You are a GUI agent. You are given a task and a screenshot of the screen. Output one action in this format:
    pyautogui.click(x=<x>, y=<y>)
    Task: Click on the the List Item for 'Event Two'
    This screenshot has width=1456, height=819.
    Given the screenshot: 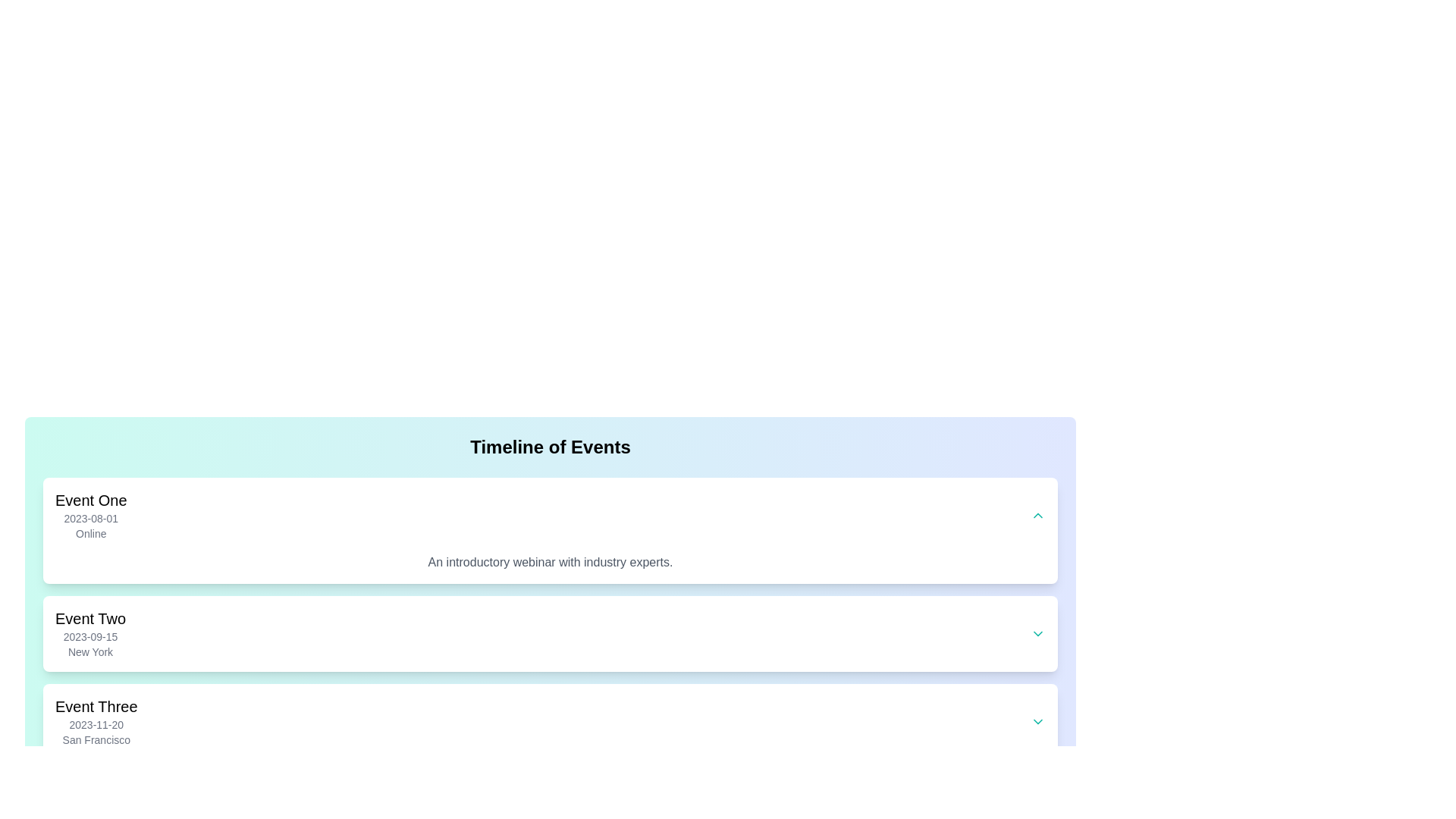 What is the action you would take?
    pyautogui.click(x=549, y=634)
    